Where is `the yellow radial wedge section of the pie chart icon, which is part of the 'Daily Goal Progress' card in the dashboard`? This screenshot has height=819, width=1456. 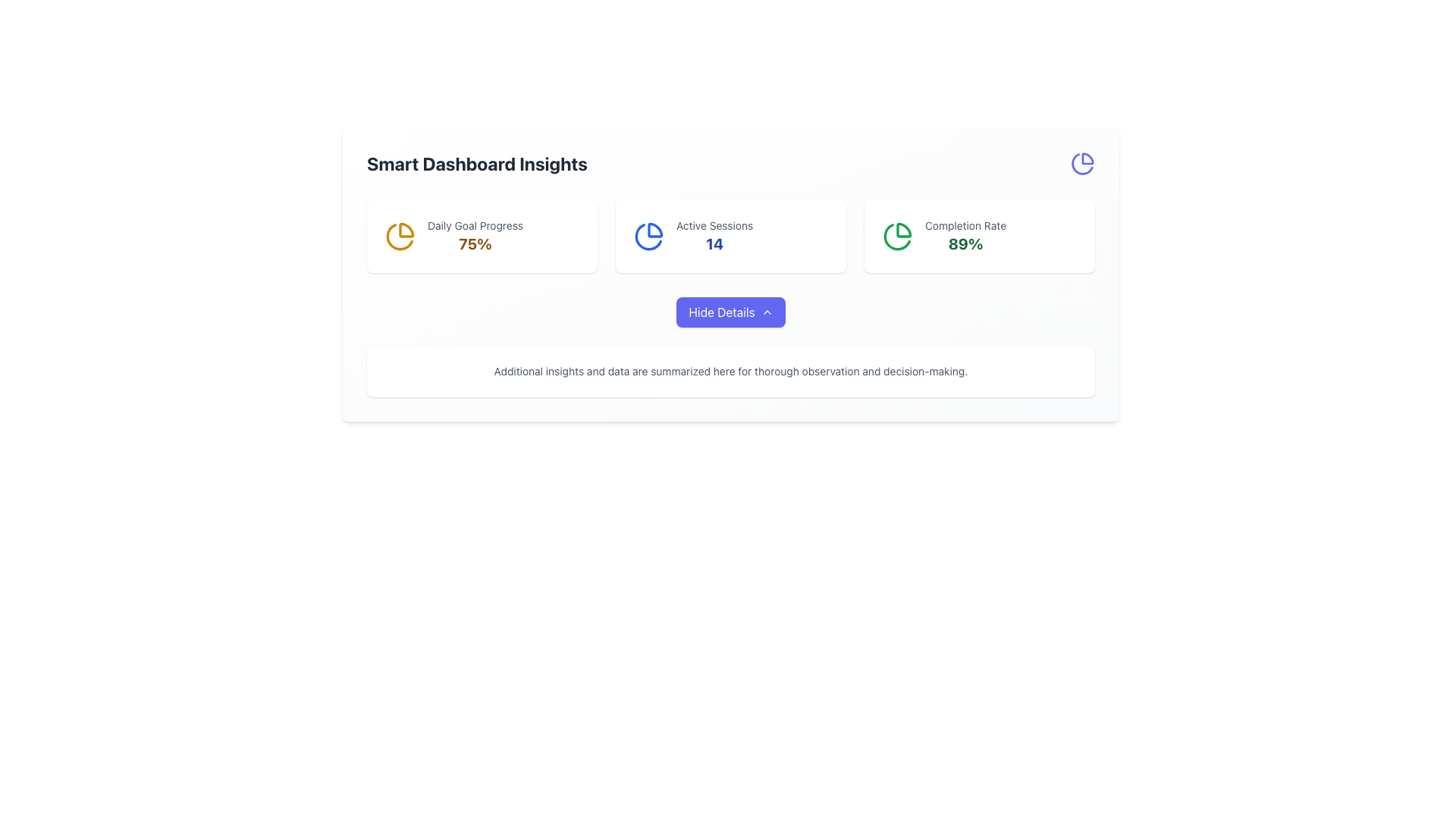
the yellow radial wedge section of the pie chart icon, which is part of the 'Daily Goal Progress' card in the dashboard is located at coordinates (406, 230).